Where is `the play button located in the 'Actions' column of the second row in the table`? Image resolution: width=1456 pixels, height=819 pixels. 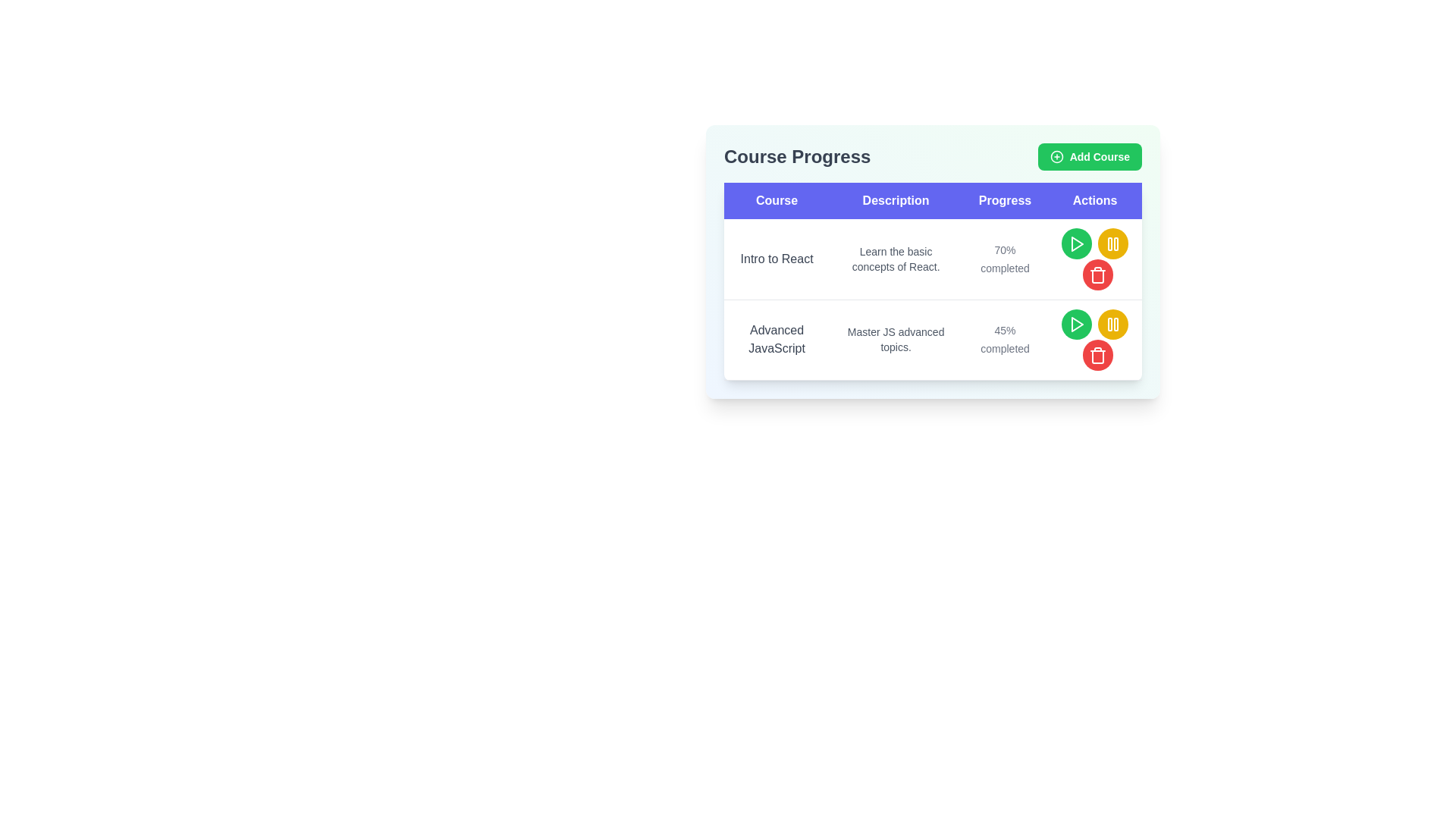
the play button located in the 'Actions' column of the second row in the table is located at coordinates (1076, 324).